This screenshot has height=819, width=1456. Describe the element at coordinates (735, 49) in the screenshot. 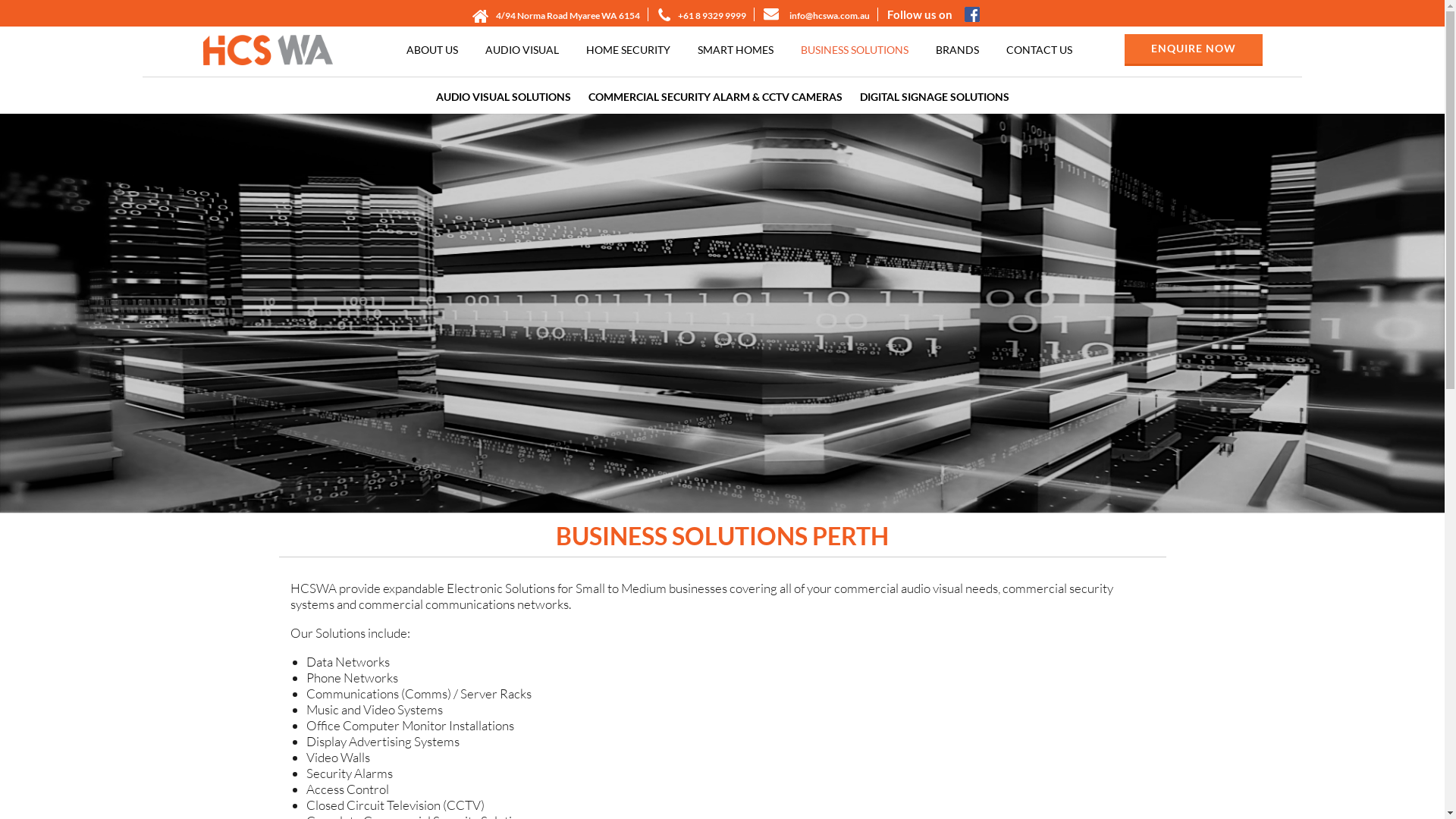

I see `'SMART HOMES'` at that location.